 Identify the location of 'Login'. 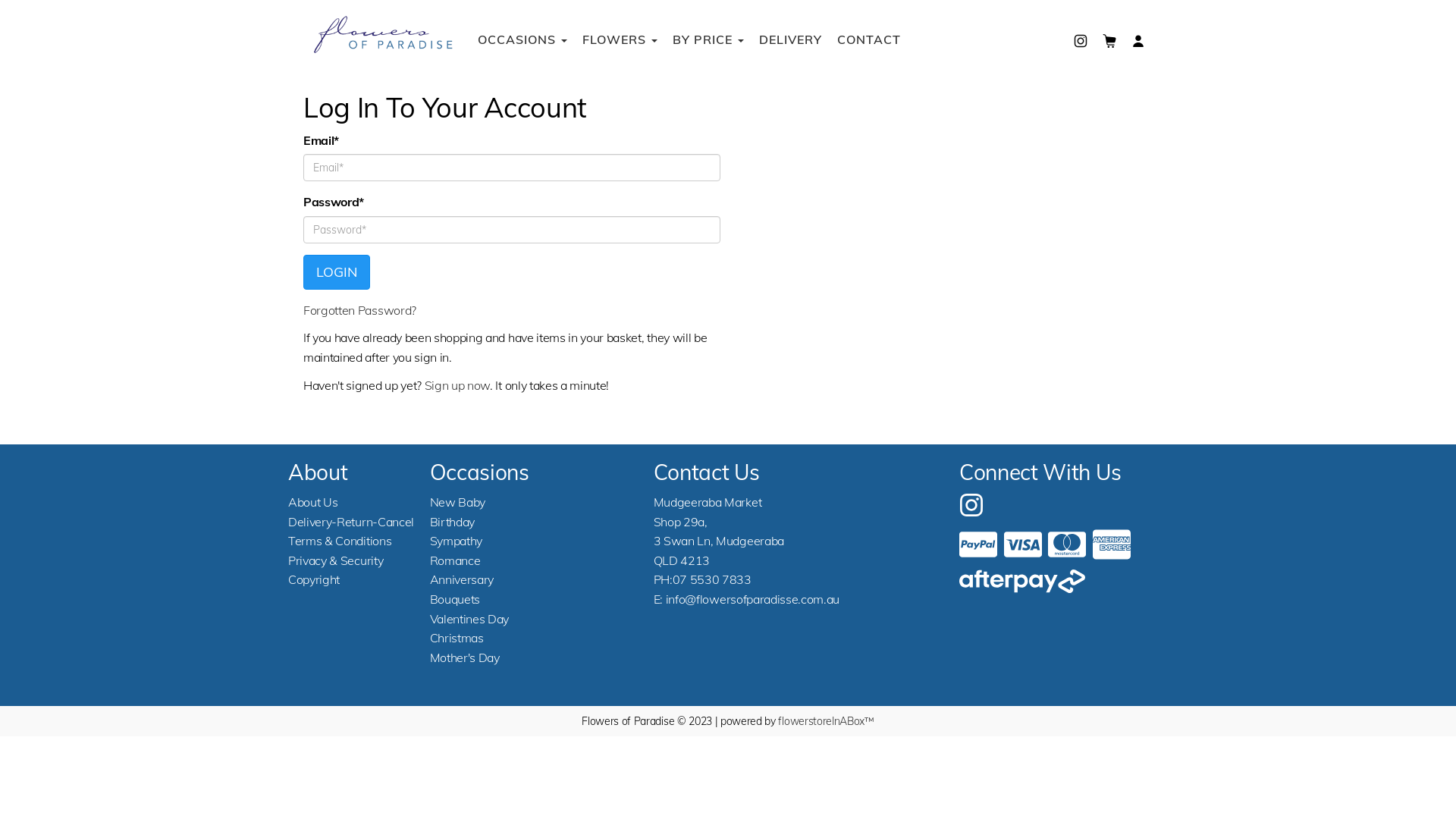
(336, 271).